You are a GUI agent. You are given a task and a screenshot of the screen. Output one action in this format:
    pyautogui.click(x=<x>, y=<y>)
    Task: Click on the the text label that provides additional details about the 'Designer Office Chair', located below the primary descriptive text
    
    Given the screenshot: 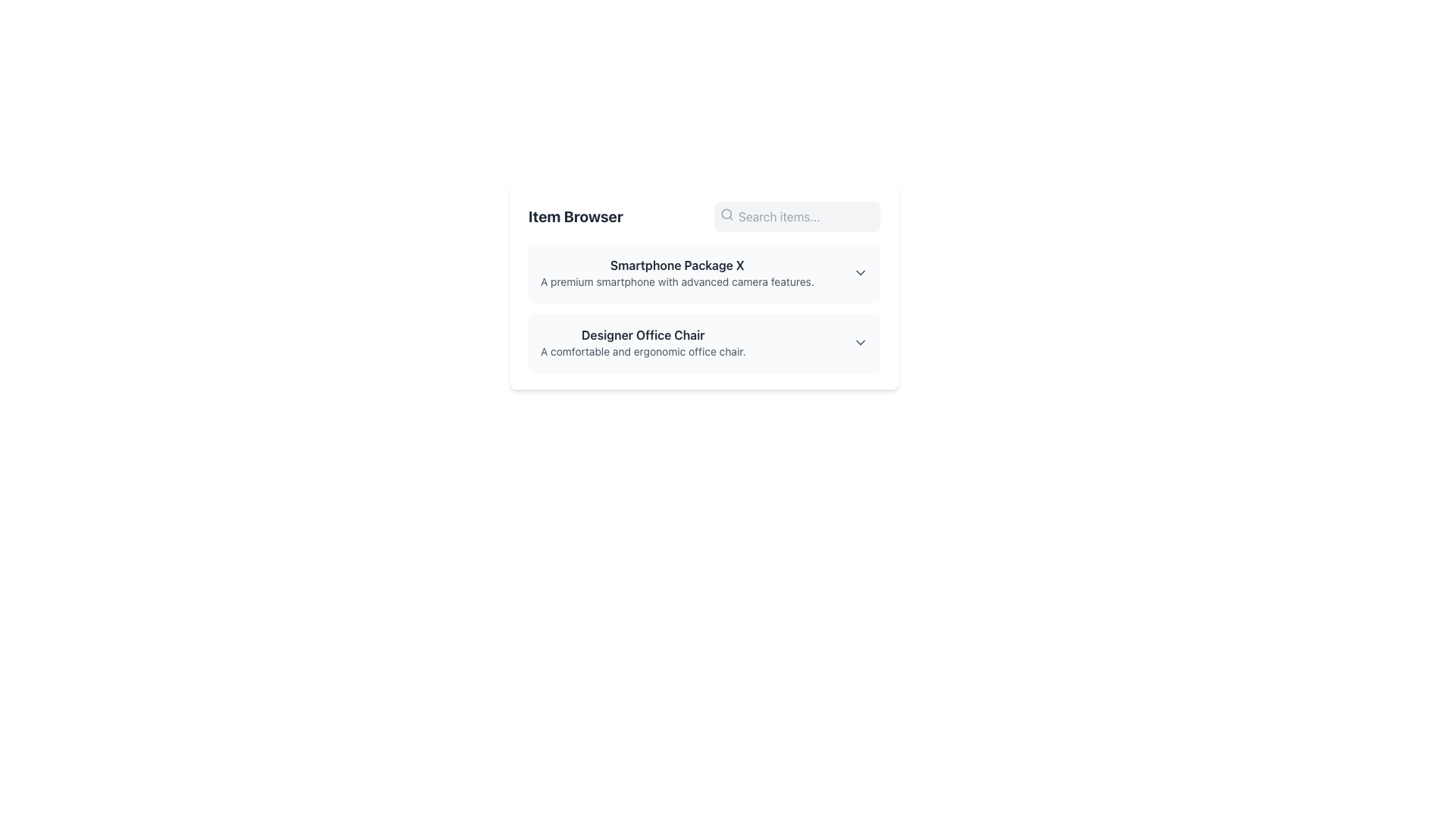 What is the action you would take?
    pyautogui.click(x=643, y=351)
    